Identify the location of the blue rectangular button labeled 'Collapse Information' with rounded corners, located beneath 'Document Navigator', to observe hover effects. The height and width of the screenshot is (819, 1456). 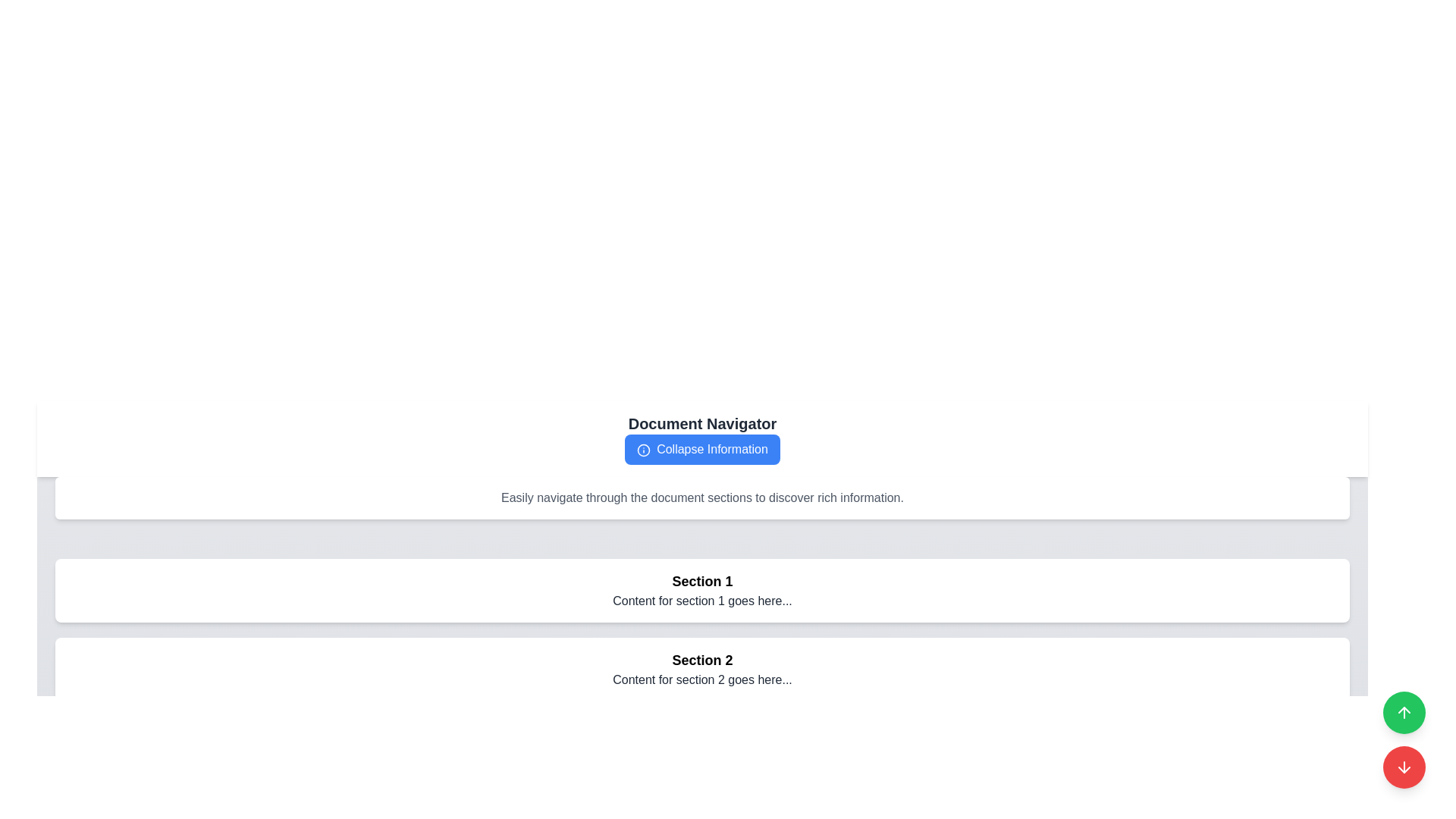
(701, 449).